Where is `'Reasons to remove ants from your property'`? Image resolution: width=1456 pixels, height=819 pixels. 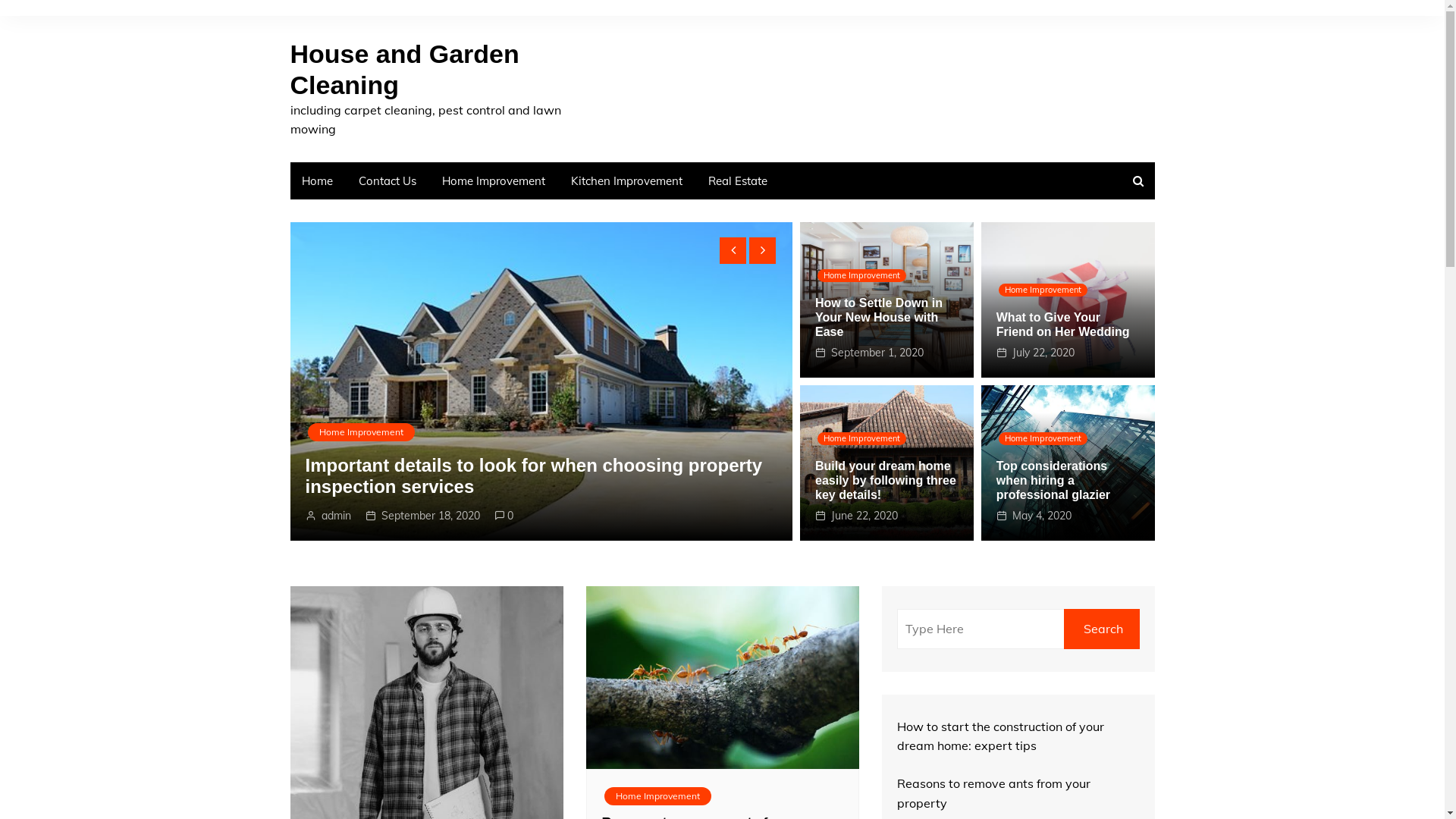 'Reasons to remove ants from your property' is located at coordinates (993, 792).